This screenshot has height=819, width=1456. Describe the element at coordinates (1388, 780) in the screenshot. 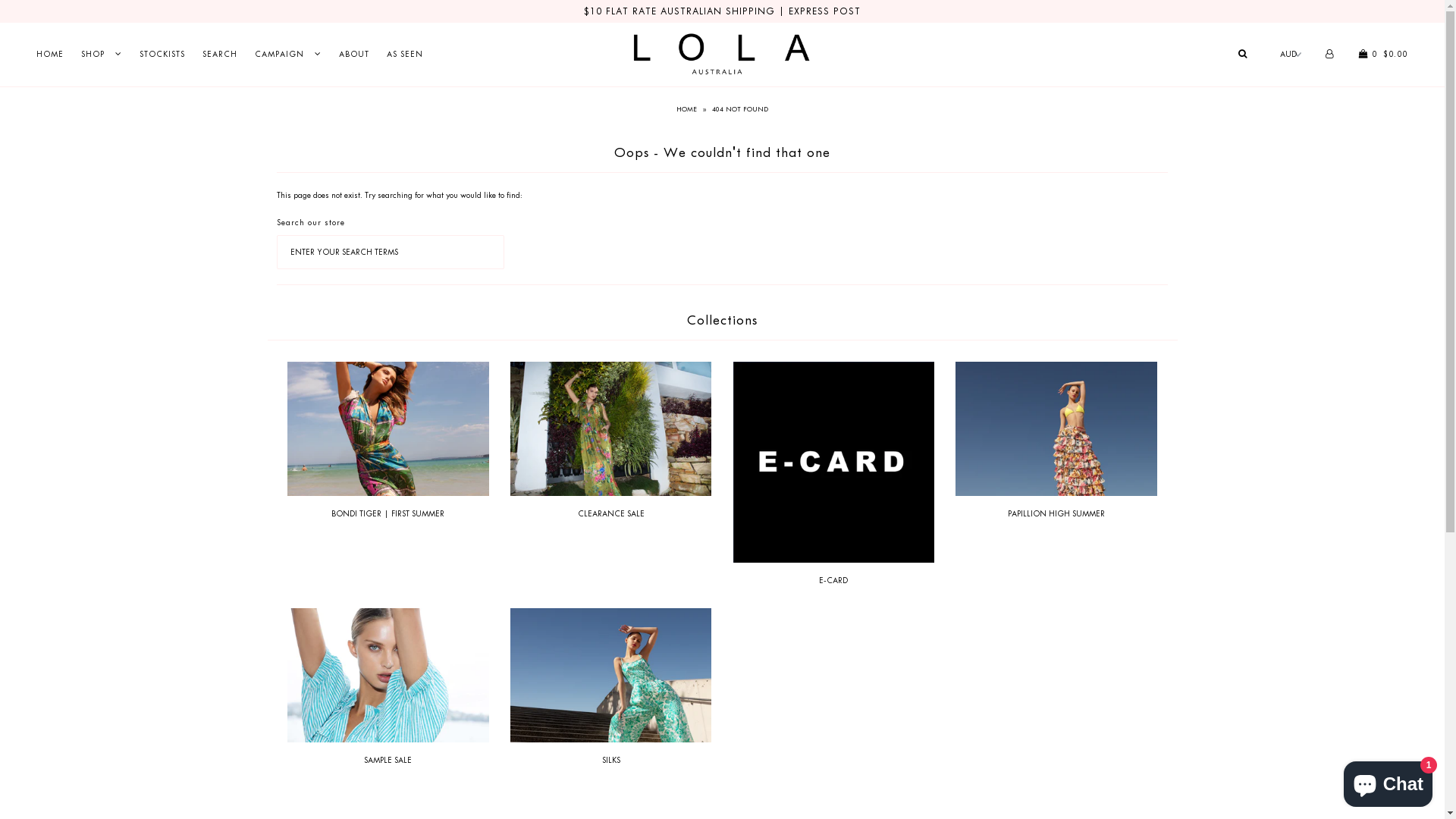

I see `'Shopify online store chat'` at that location.